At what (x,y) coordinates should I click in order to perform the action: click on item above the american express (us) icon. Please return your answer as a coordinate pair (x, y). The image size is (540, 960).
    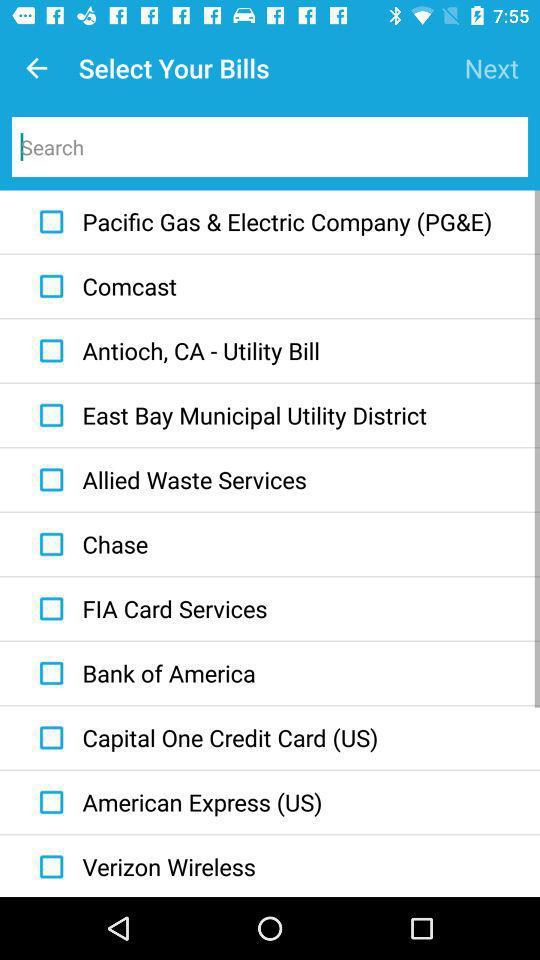
    Looking at the image, I should click on (203, 736).